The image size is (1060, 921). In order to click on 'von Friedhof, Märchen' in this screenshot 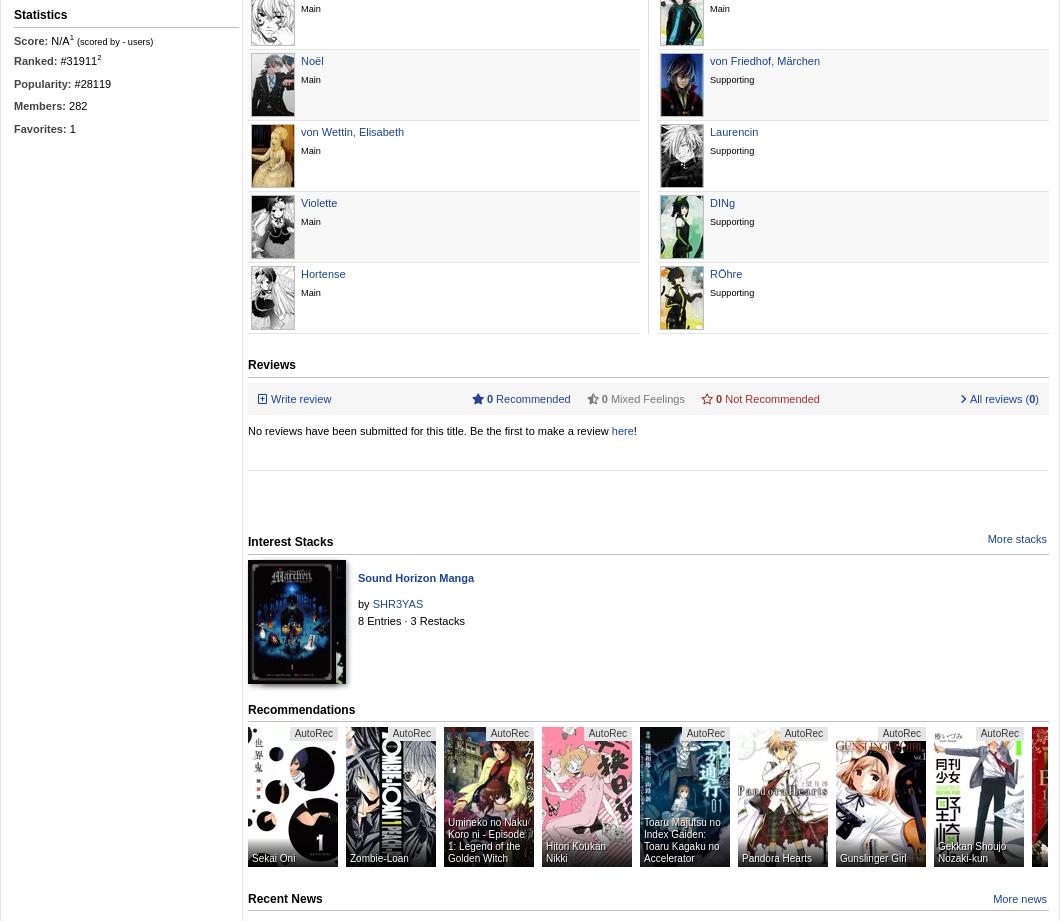, I will do `click(764, 59)`.